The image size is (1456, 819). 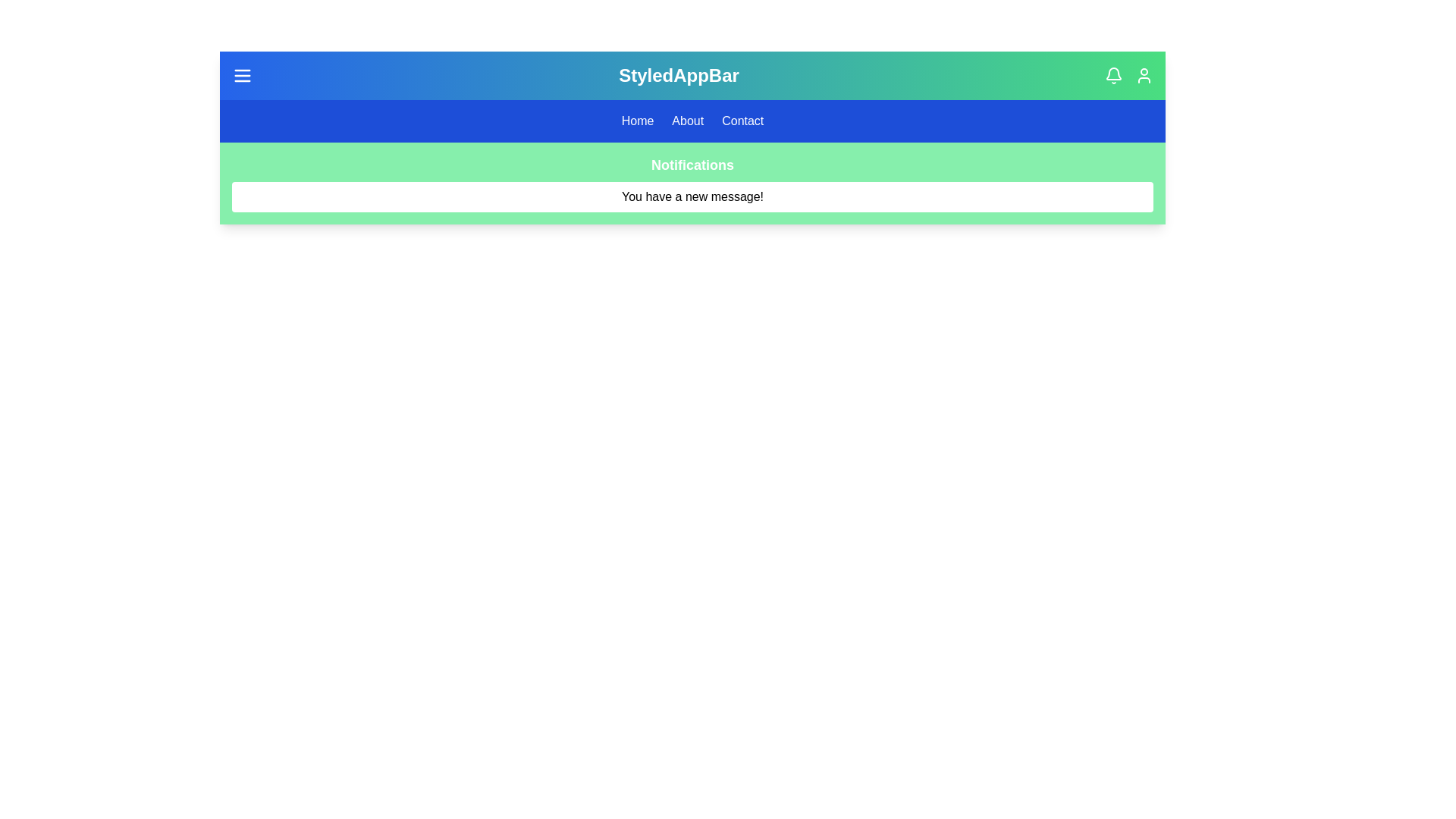 I want to click on the 'About' button in the navigation menu located directly below the 'StyledAppBar' title bar, so click(x=692, y=120).